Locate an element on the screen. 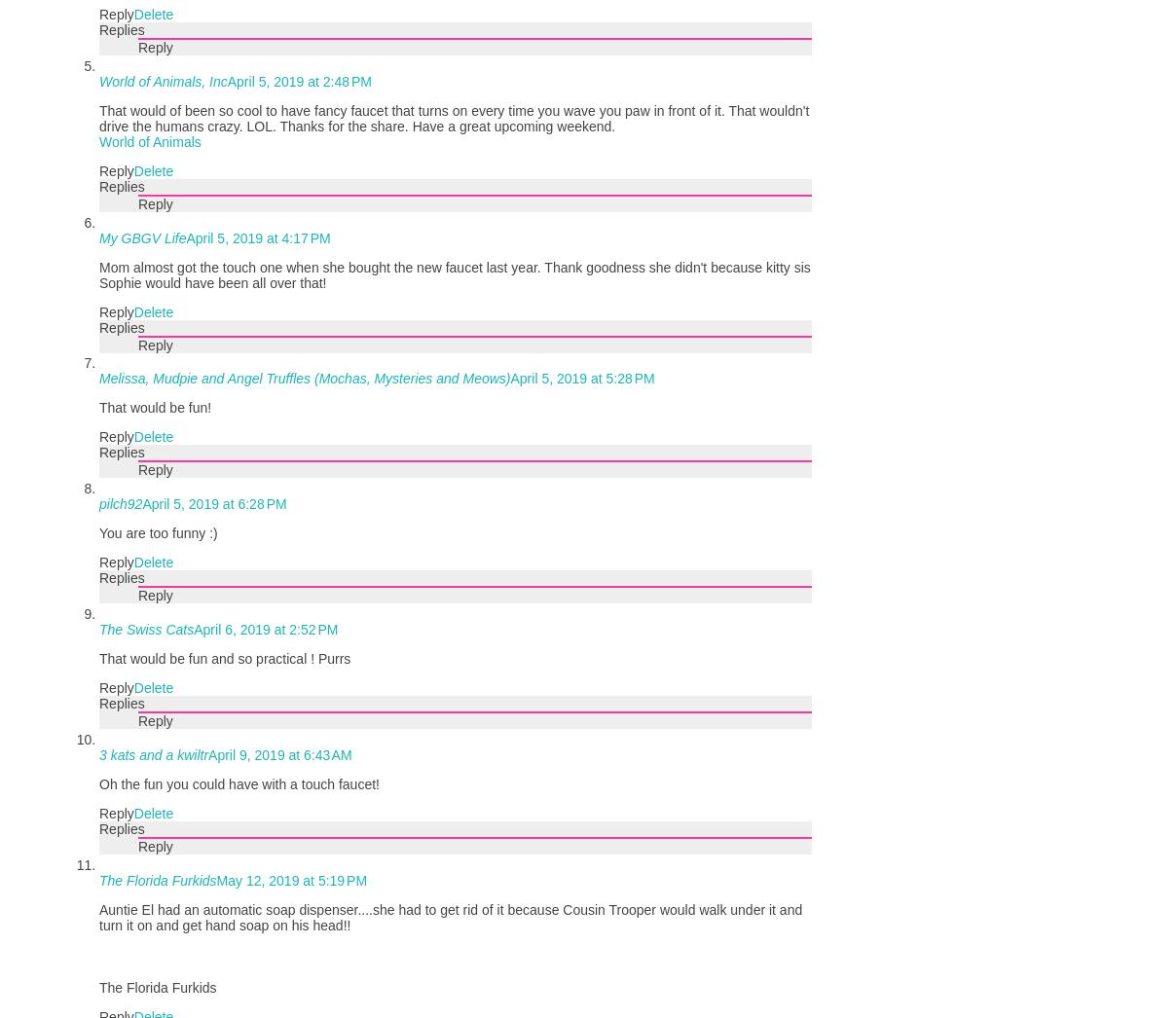  'That would of been so cool to have fancy faucet that turns on every time you wave you paw in front of it. That wouldn't drive the humans crazy. LOL. Thanks for the share. Have a great upcoming weekend.' is located at coordinates (454, 117).